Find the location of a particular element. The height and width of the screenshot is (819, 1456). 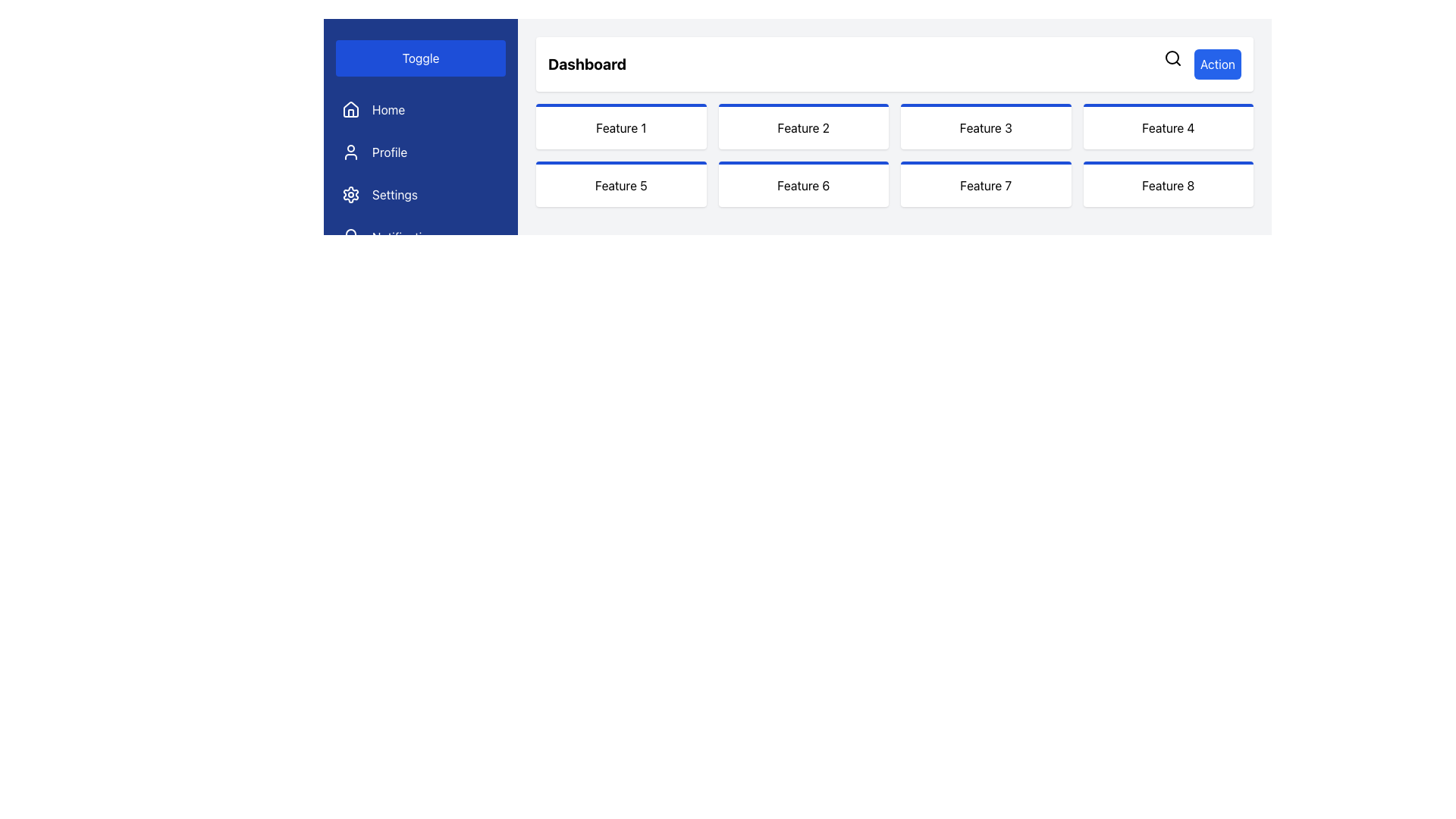

text displayed on the 'Settings' menu option label, which is located between the 'Profile' and 'Notifications' menu options in the vertical menu bar is located at coordinates (394, 194).